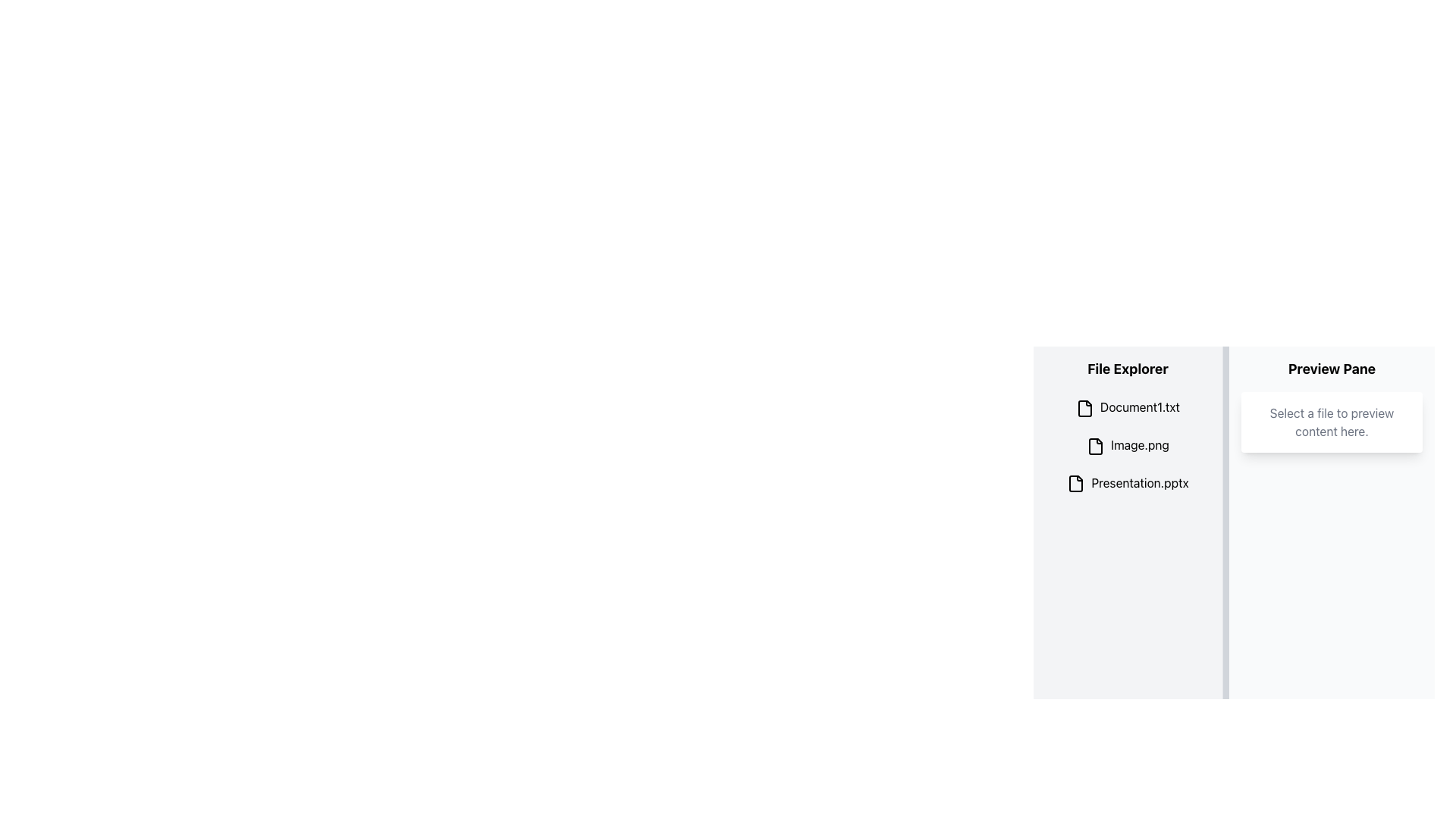 Image resolution: width=1456 pixels, height=819 pixels. I want to click on the bold, large-sized text labeled 'File Explorer' located at the top of the column containing a list of files, so click(1128, 369).